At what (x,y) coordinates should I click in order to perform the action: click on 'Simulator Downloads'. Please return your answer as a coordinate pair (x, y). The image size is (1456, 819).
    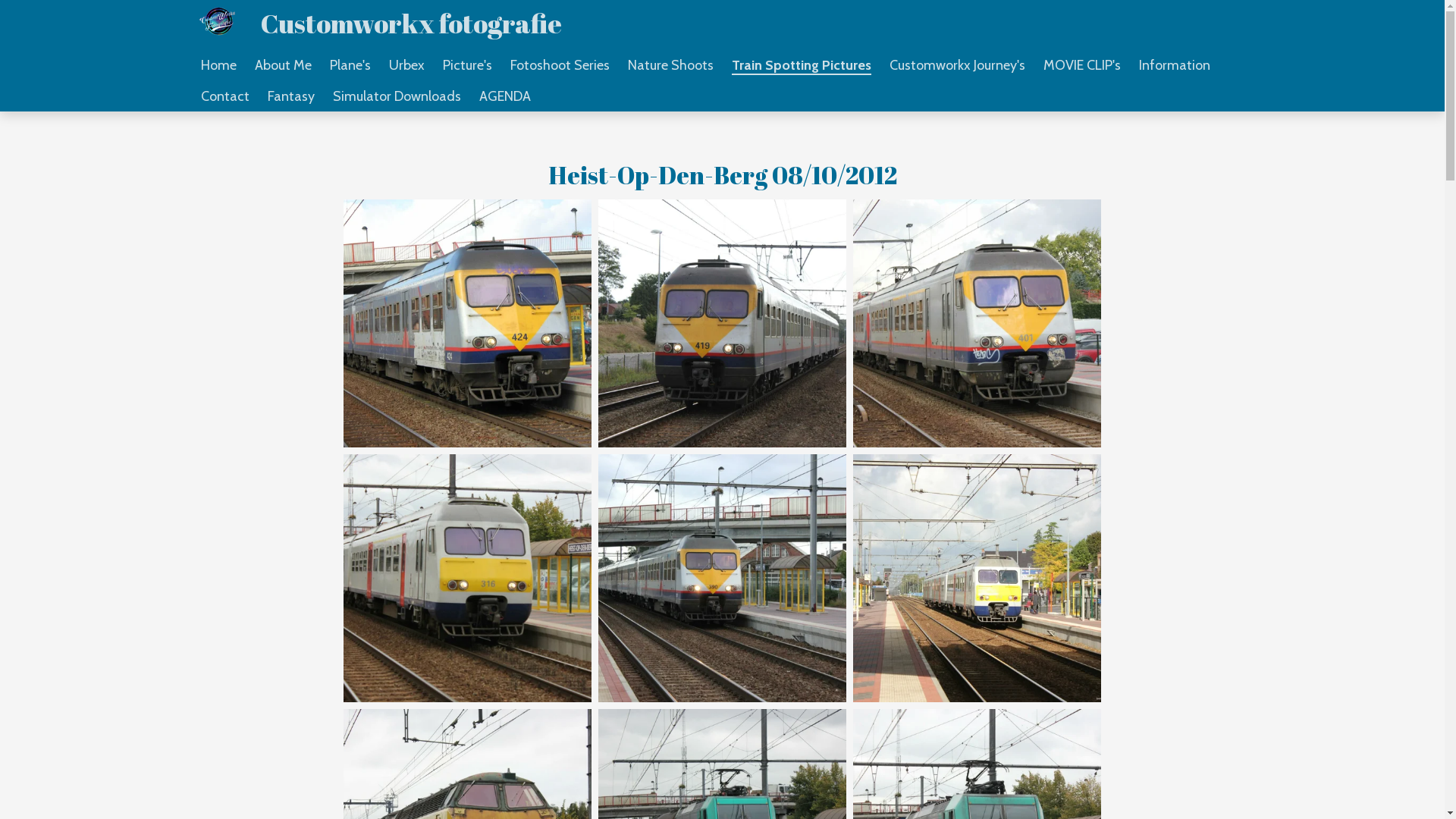
    Looking at the image, I should click on (396, 96).